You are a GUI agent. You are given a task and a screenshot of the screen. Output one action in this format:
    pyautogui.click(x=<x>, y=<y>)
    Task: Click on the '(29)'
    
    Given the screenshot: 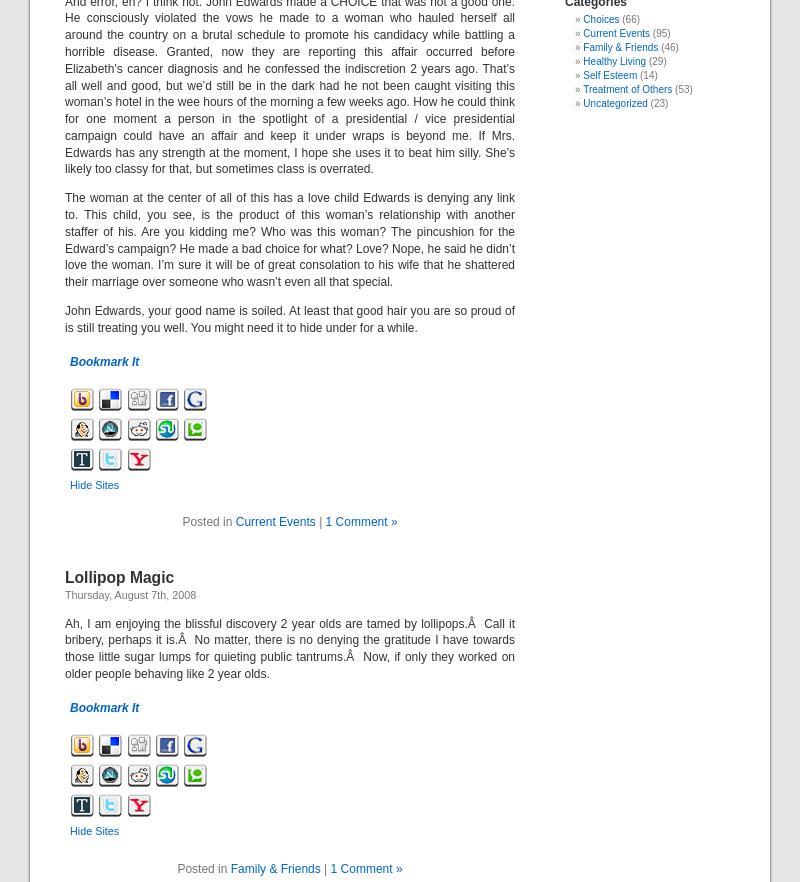 What is the action you would take?
    pyautogui.click(x=655, y=60)
    